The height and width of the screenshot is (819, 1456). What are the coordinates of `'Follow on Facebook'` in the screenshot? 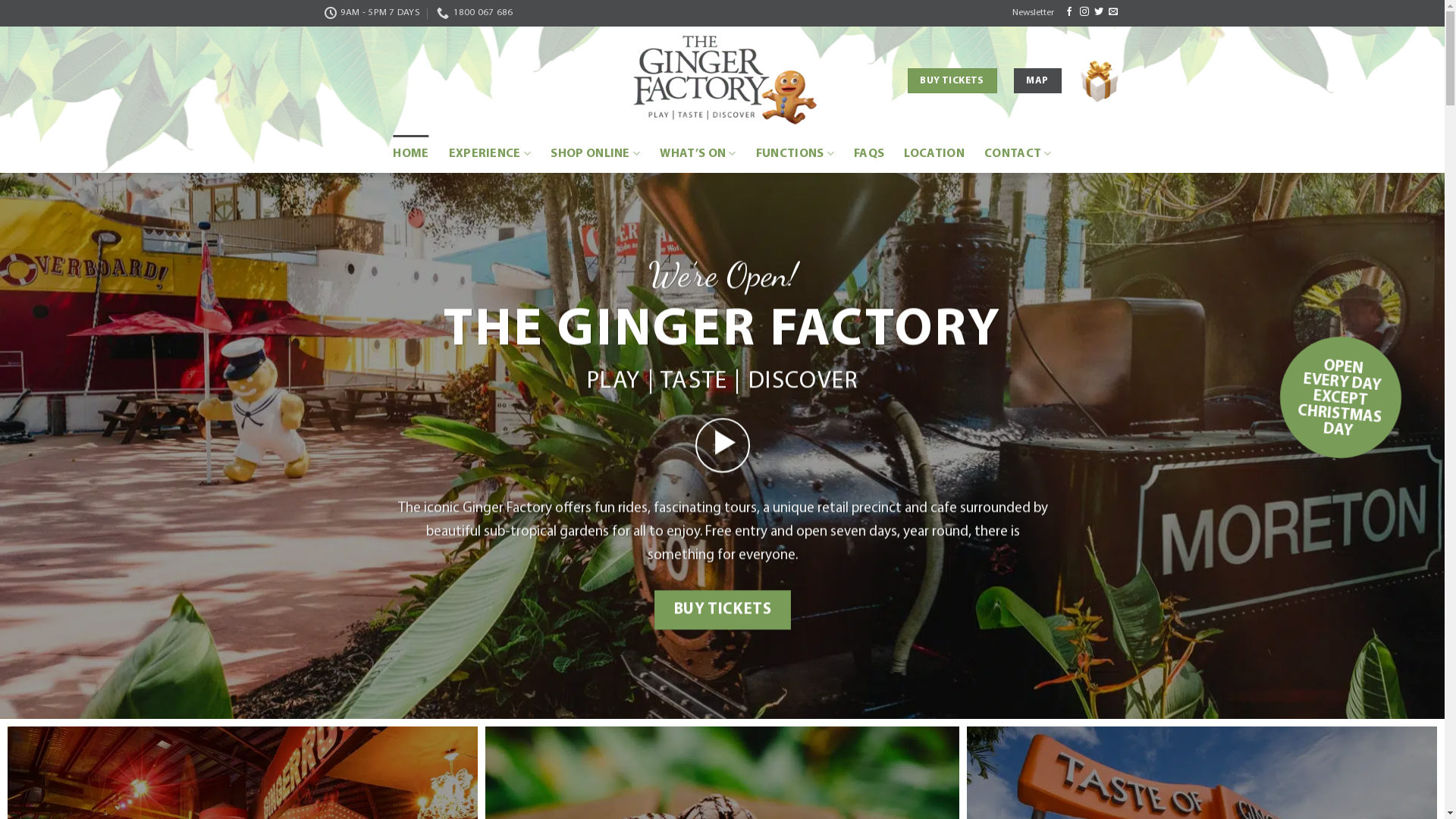 It's located at (1068, 11).